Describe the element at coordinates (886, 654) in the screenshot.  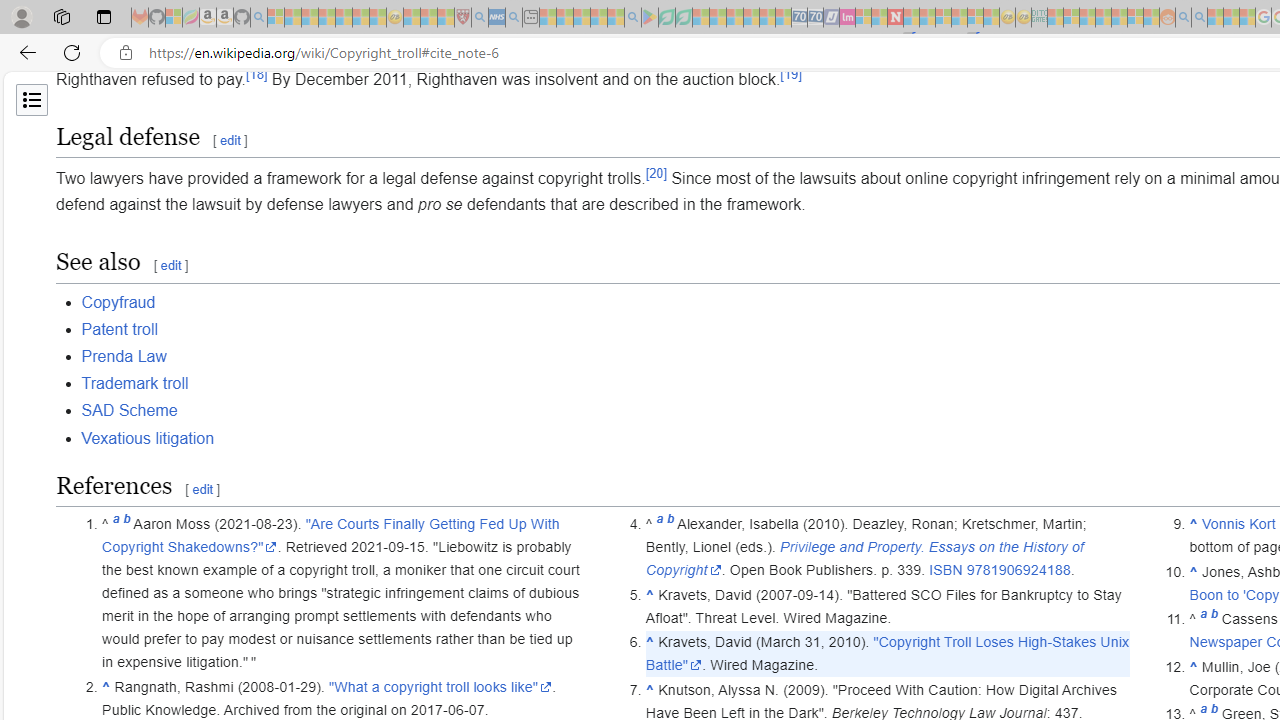
I see `'"Copyright Troll Loses High-Stakes Unix Battle"'` at that location.